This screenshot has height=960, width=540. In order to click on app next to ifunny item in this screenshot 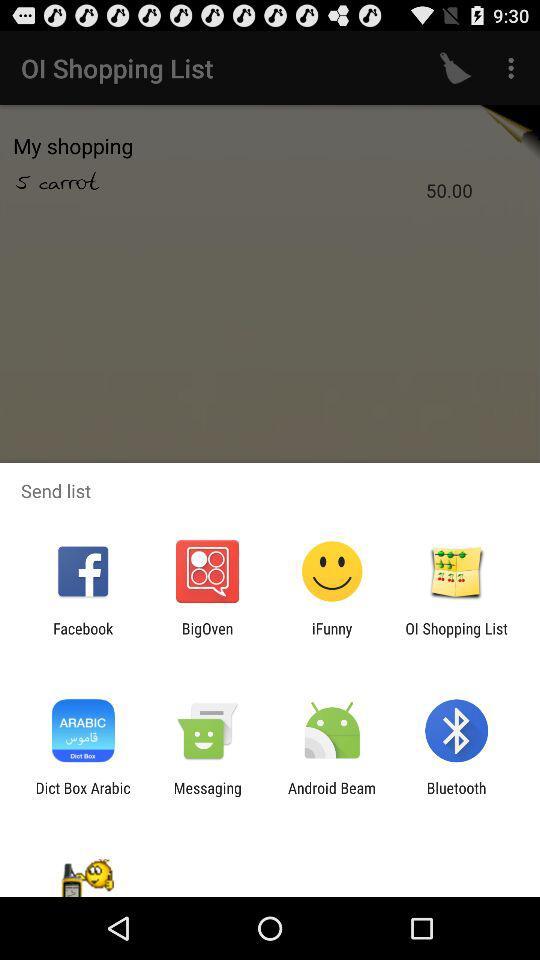, I will do `click(456, 636)`.